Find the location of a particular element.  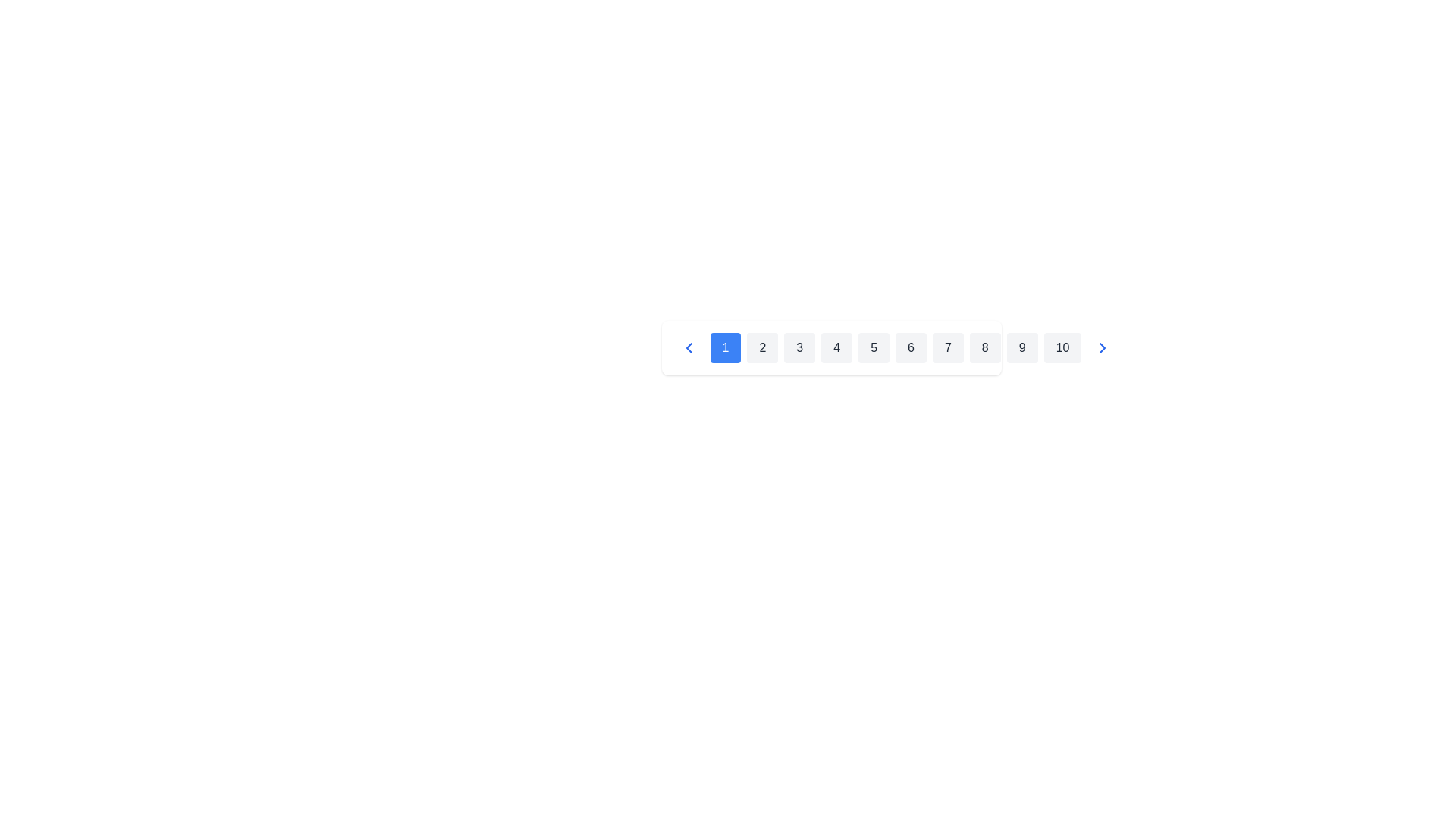

the last button in the pagination control is located at coordinates (1062, 348).